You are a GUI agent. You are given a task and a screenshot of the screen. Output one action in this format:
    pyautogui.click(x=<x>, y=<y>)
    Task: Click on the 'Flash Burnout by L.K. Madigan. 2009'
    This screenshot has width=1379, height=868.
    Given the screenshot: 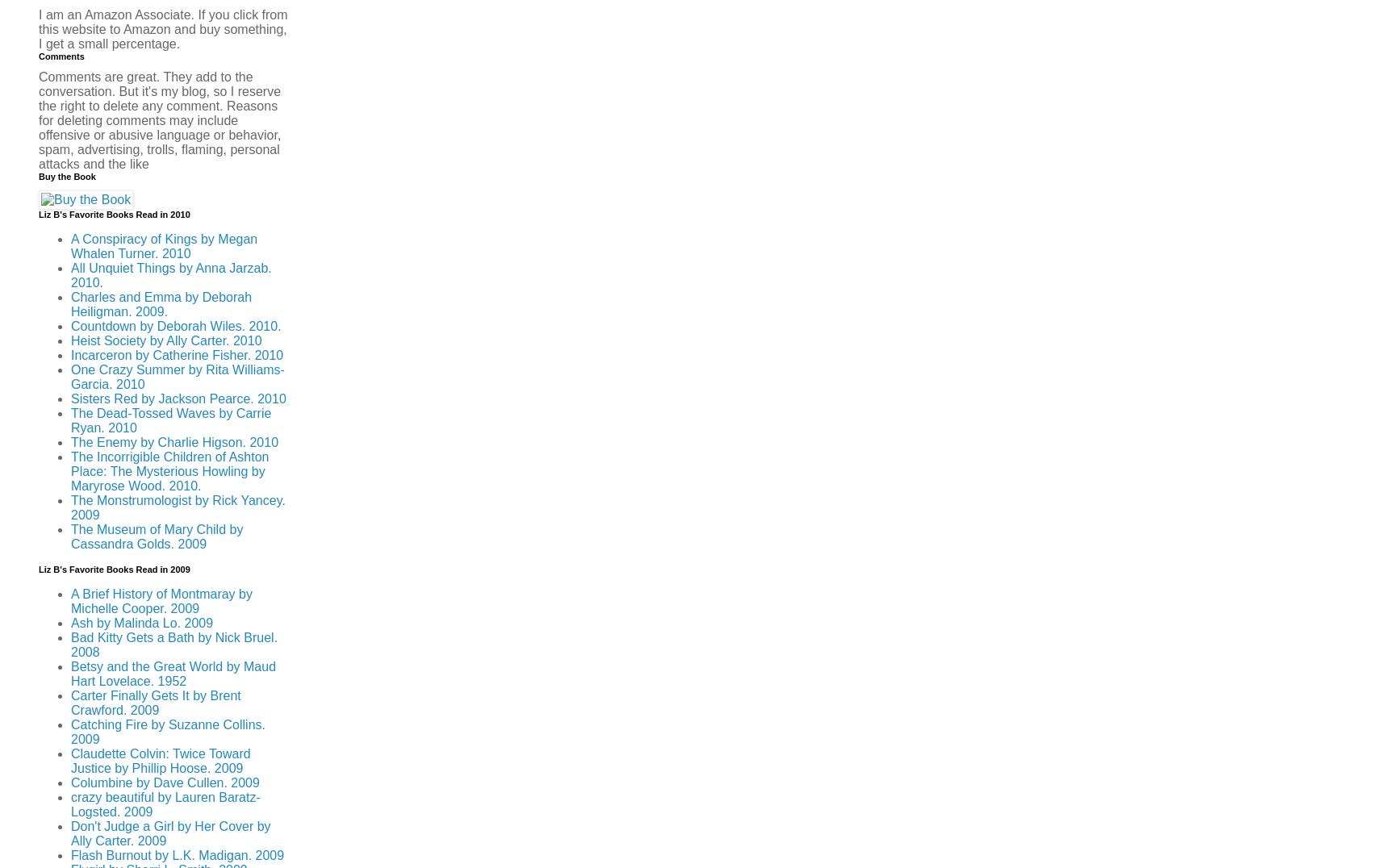 What is the action you would take?
    pyautogui.click(x=70, y=855)
    